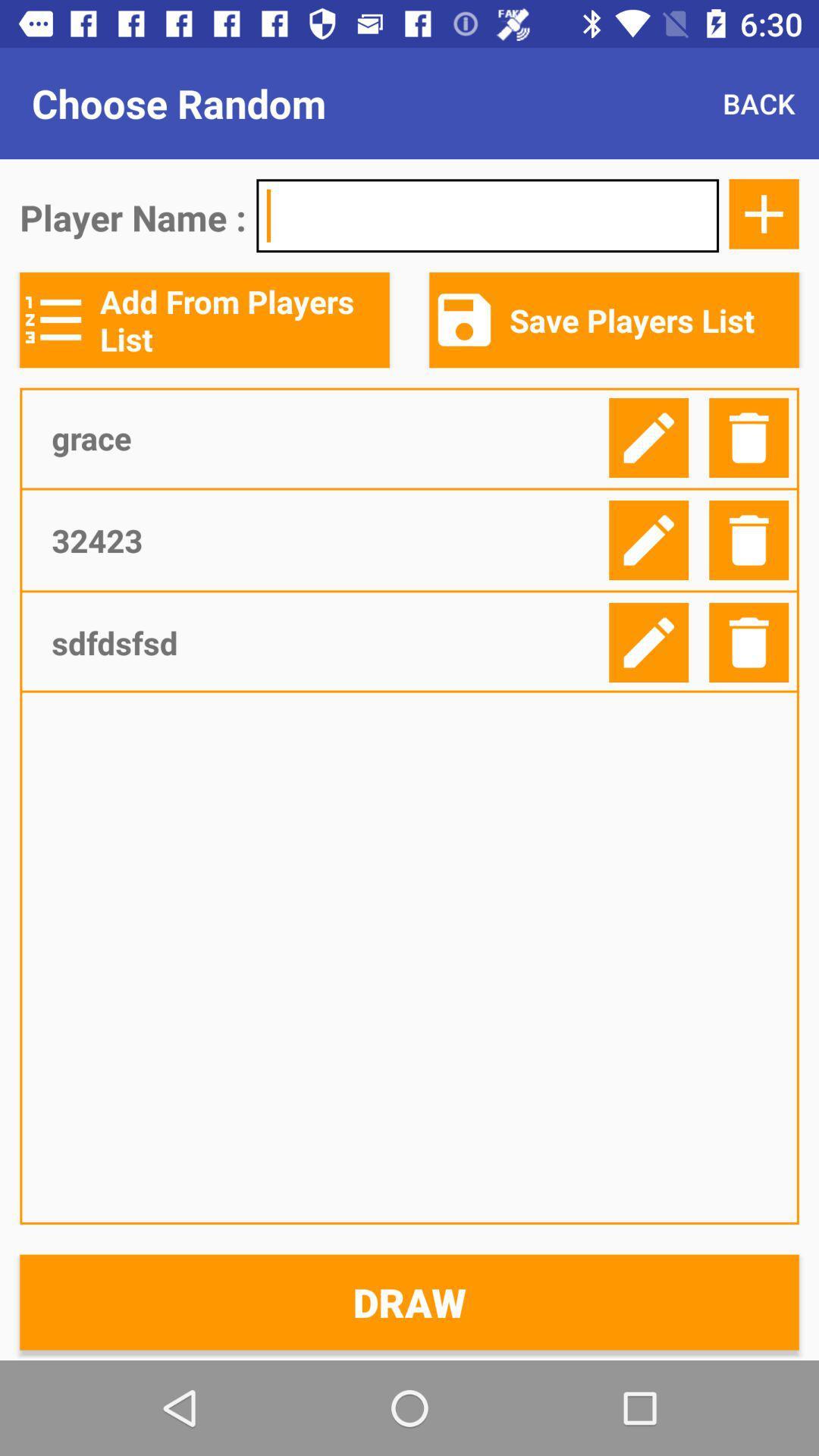 This screenshot has height=1456, width=819. What do you see at coordinates (463, 319) in the screenshot?
I see `save icon` at bounding box center [463, 319].